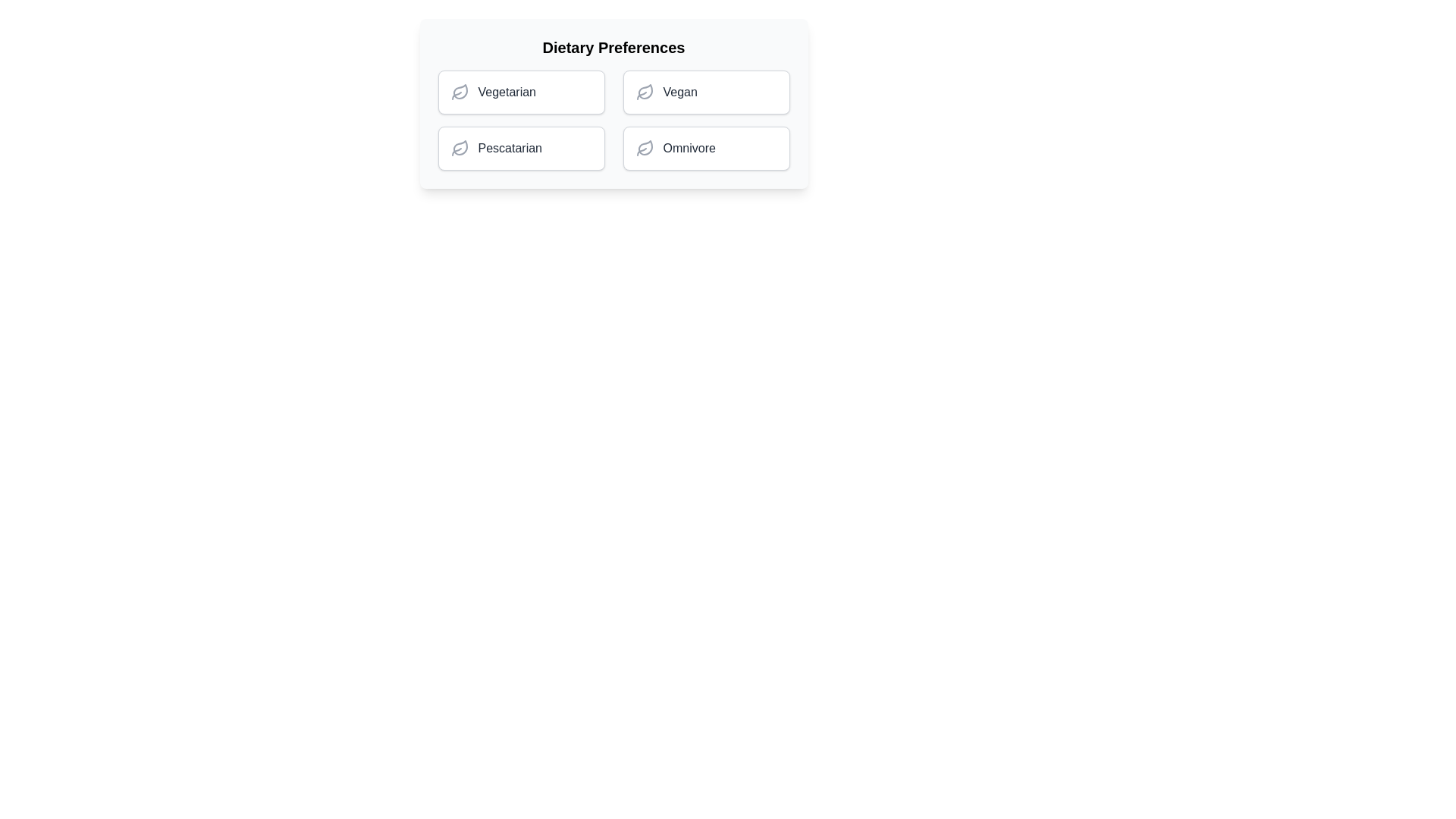 The height and width of the screenshot is (819, 1456). What do you see at coordinates (641, 96) in the screenshot?
I see `the small curved line of the SVG graphic that is part of the 'Vegan' button, positioned at the top-right of the grid under 'Dietary Preferences'` at bounding box center [641, 96].